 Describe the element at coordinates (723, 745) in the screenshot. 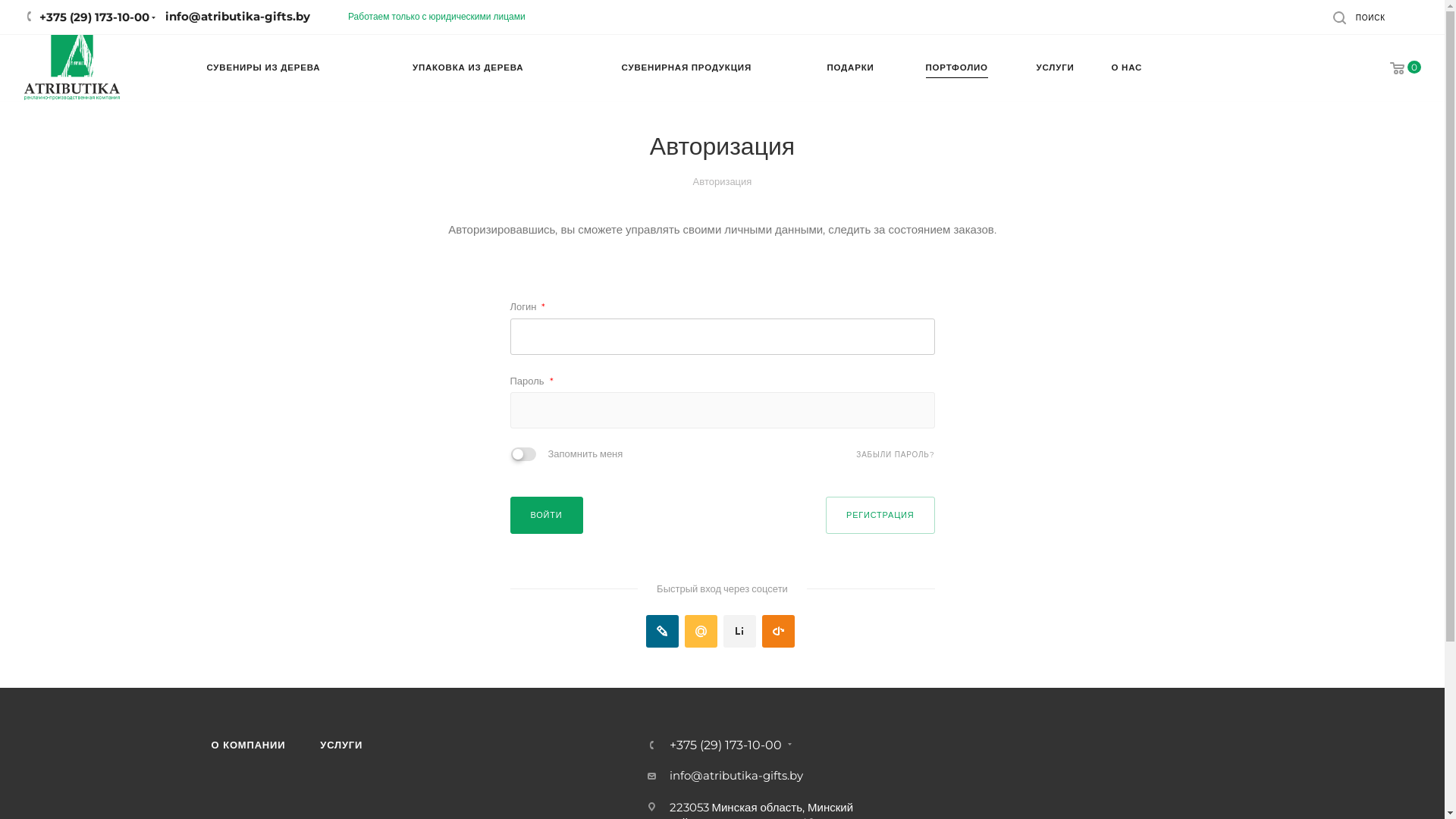

I see `'+375 (29) 173-10-00'` at that location.